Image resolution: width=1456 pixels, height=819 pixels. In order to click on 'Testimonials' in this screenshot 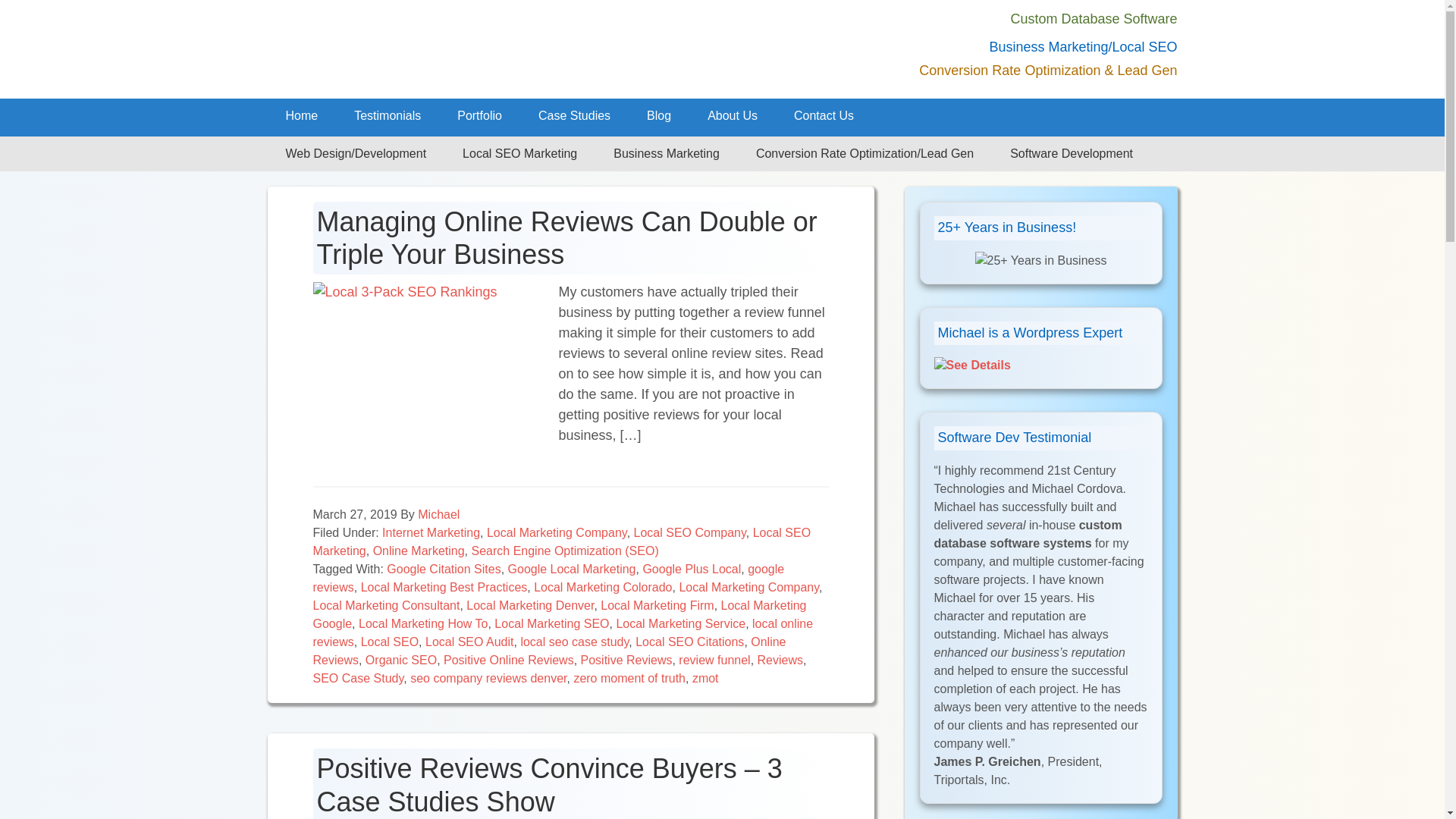, I will do `click(387, 115)`.